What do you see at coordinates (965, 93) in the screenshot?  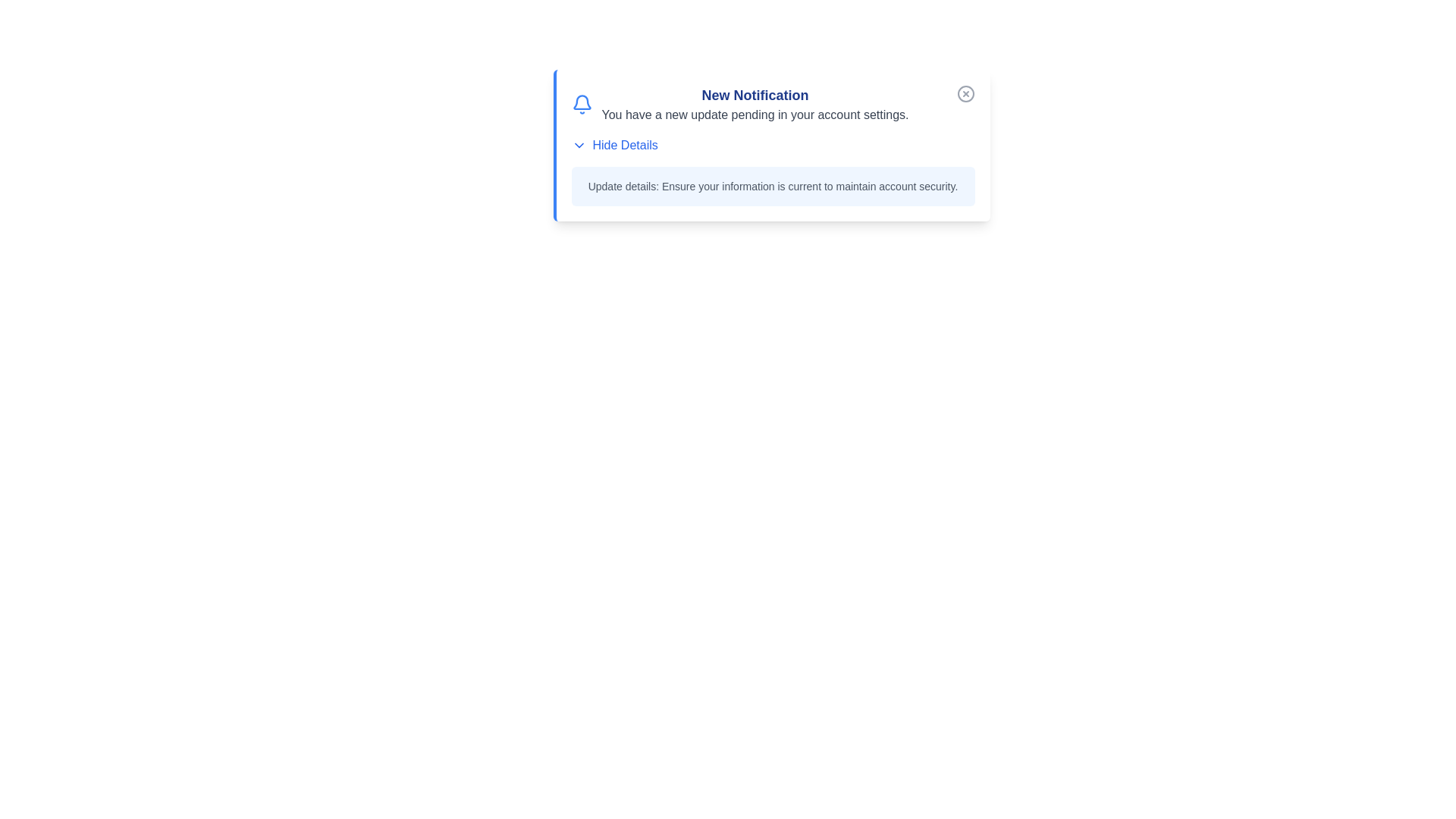 I see `the close button located at the top-right corner of the notification message box` at bounding box center [965, 93].